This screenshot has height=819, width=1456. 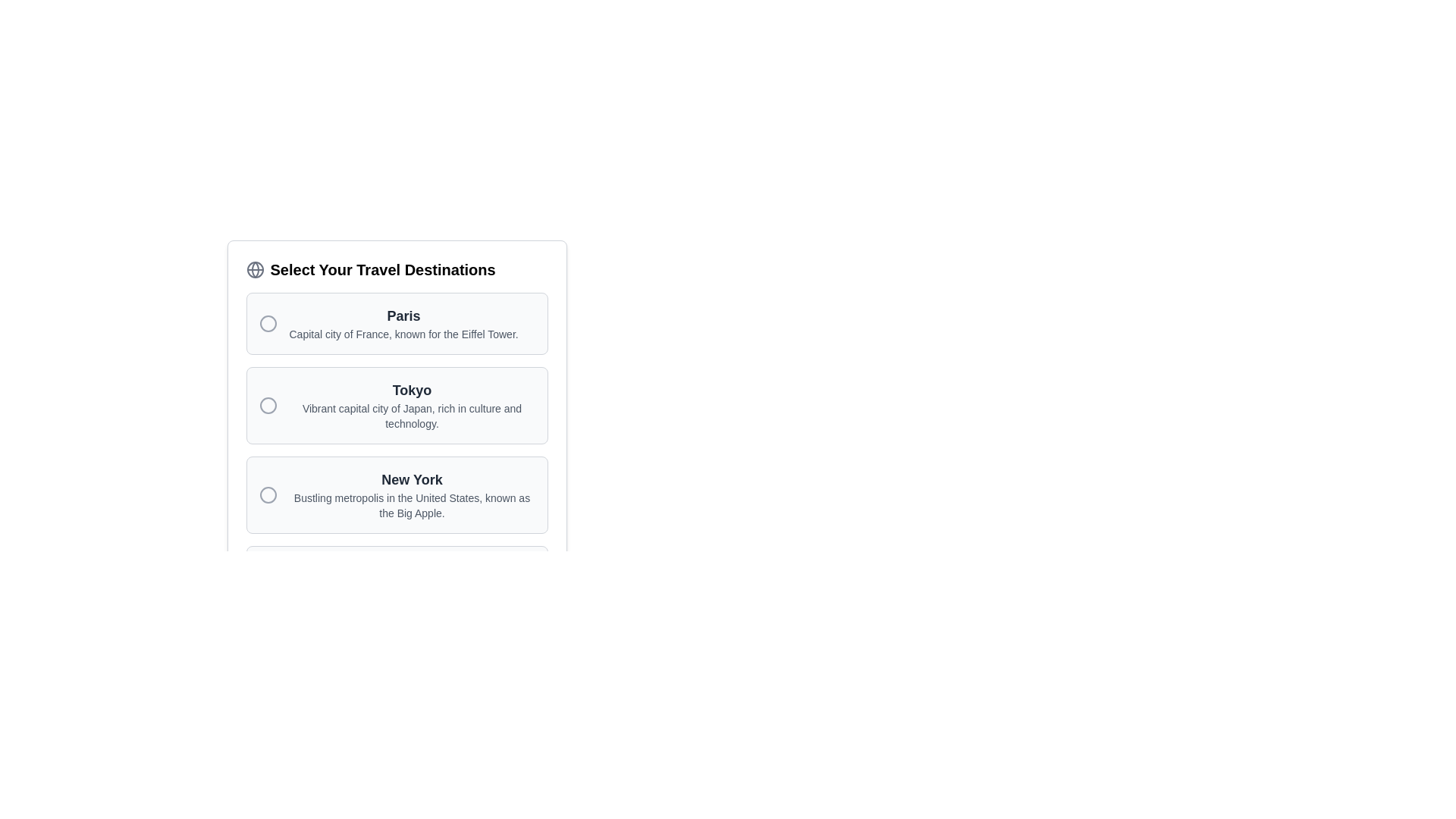 What do you see at coordinates (403, 333) in the screenshot?
I see `the text element that describes 'Capital city of France, known for the Eiffel Tower', which is located beneath the title 'Paris' in the first selection card of travel destinations` at bounding box center [403, 333].